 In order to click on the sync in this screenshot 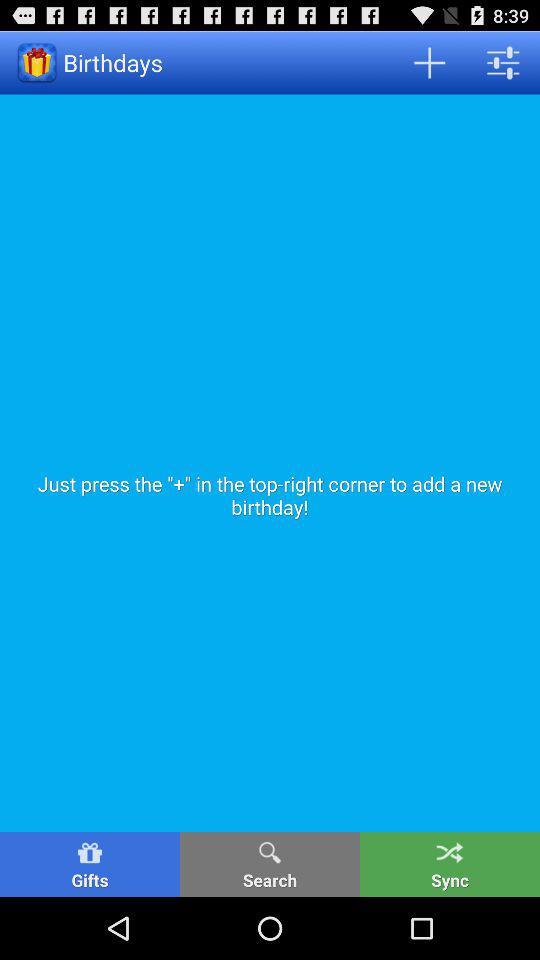, I will do `click(449, 863)`.